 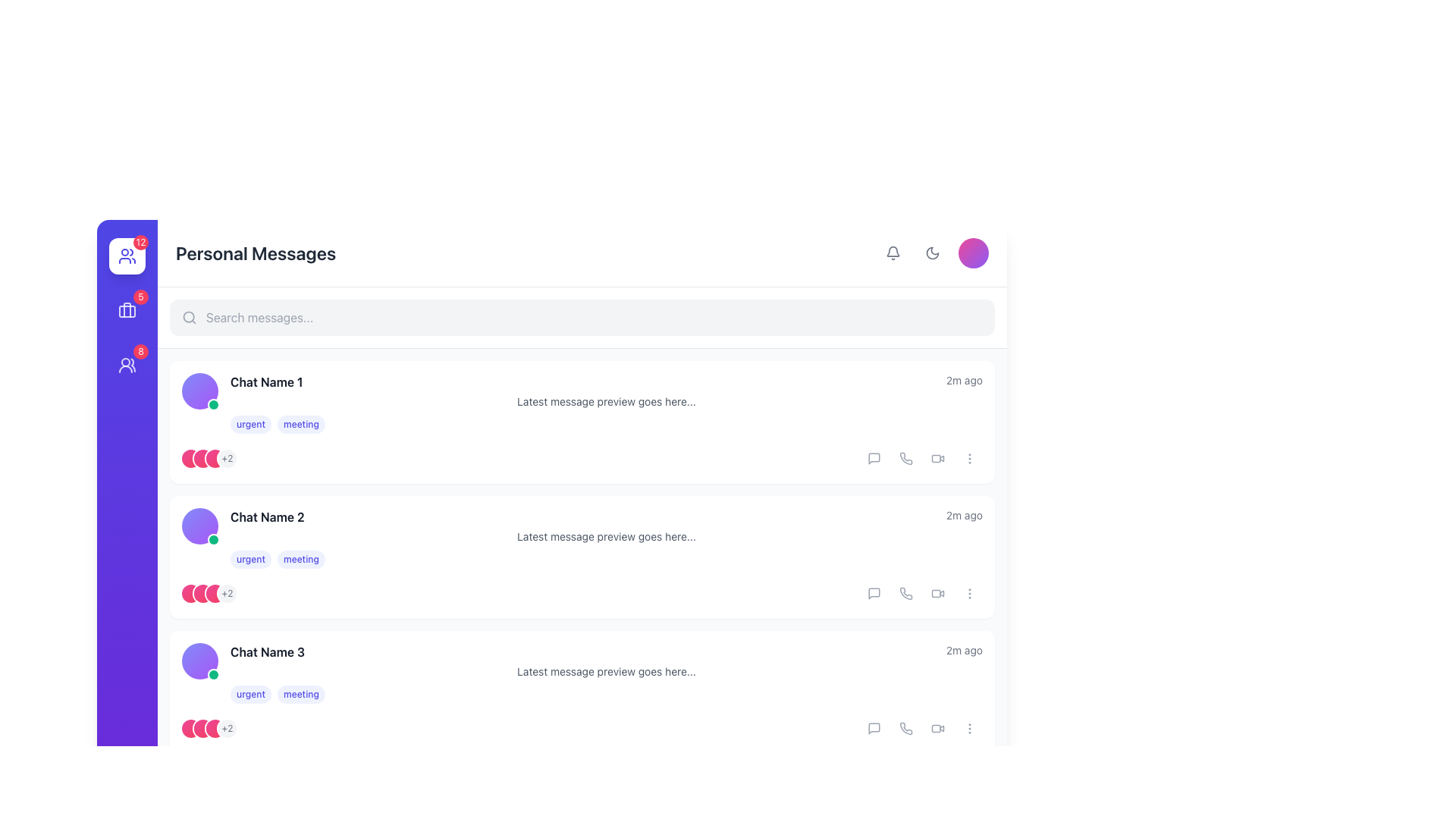 What do you see at coordinates (874, 593) in the screenshot?
I see `the speech bubble icon on the right side of the third row` at bounding box center [874, 593].